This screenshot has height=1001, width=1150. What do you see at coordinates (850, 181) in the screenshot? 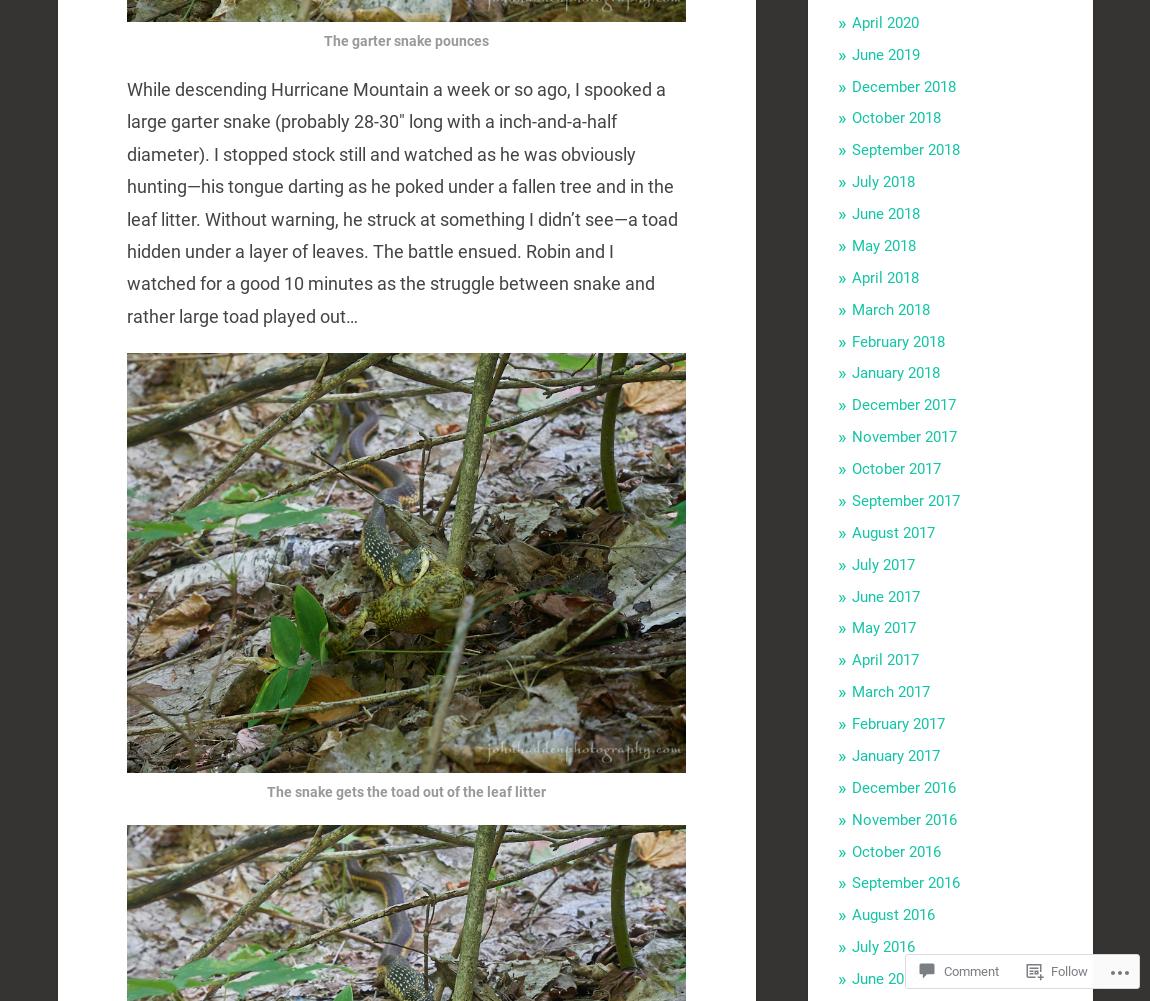
I see `'July 2018'` at bounding box center [850, 181].